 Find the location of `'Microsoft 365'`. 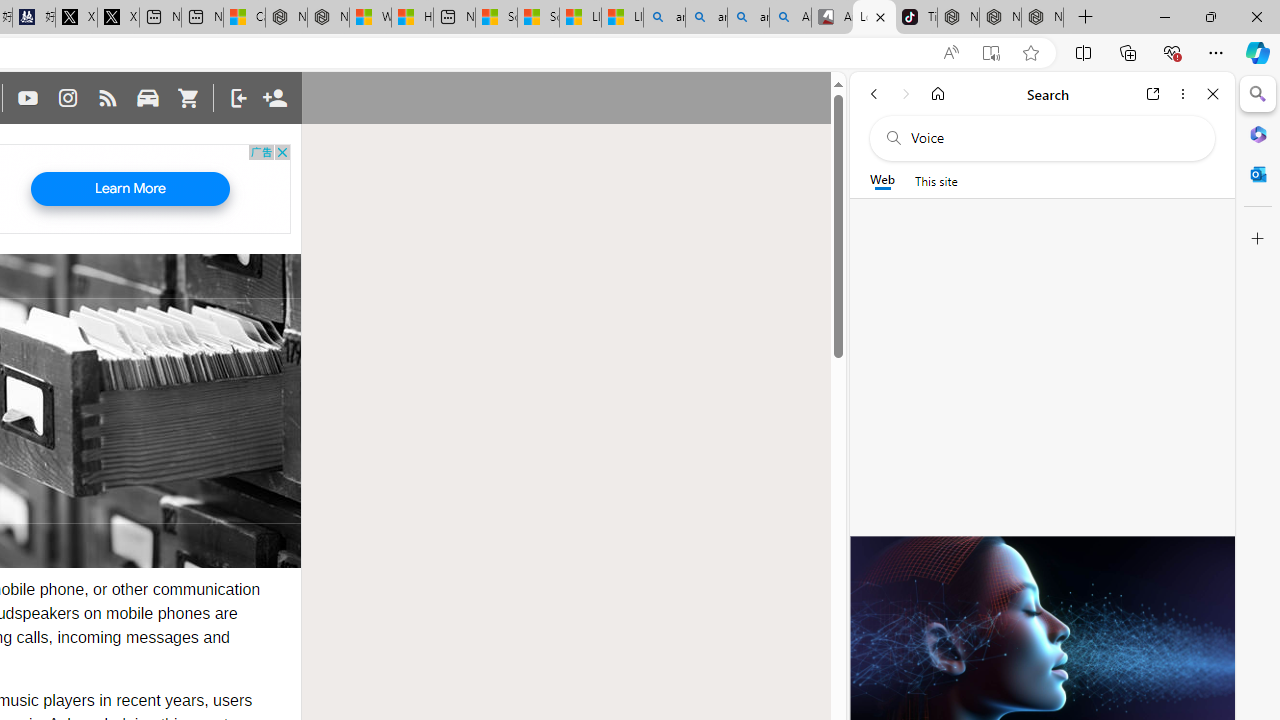

'Microsoft 365' is located at coordinates (1257, 133).